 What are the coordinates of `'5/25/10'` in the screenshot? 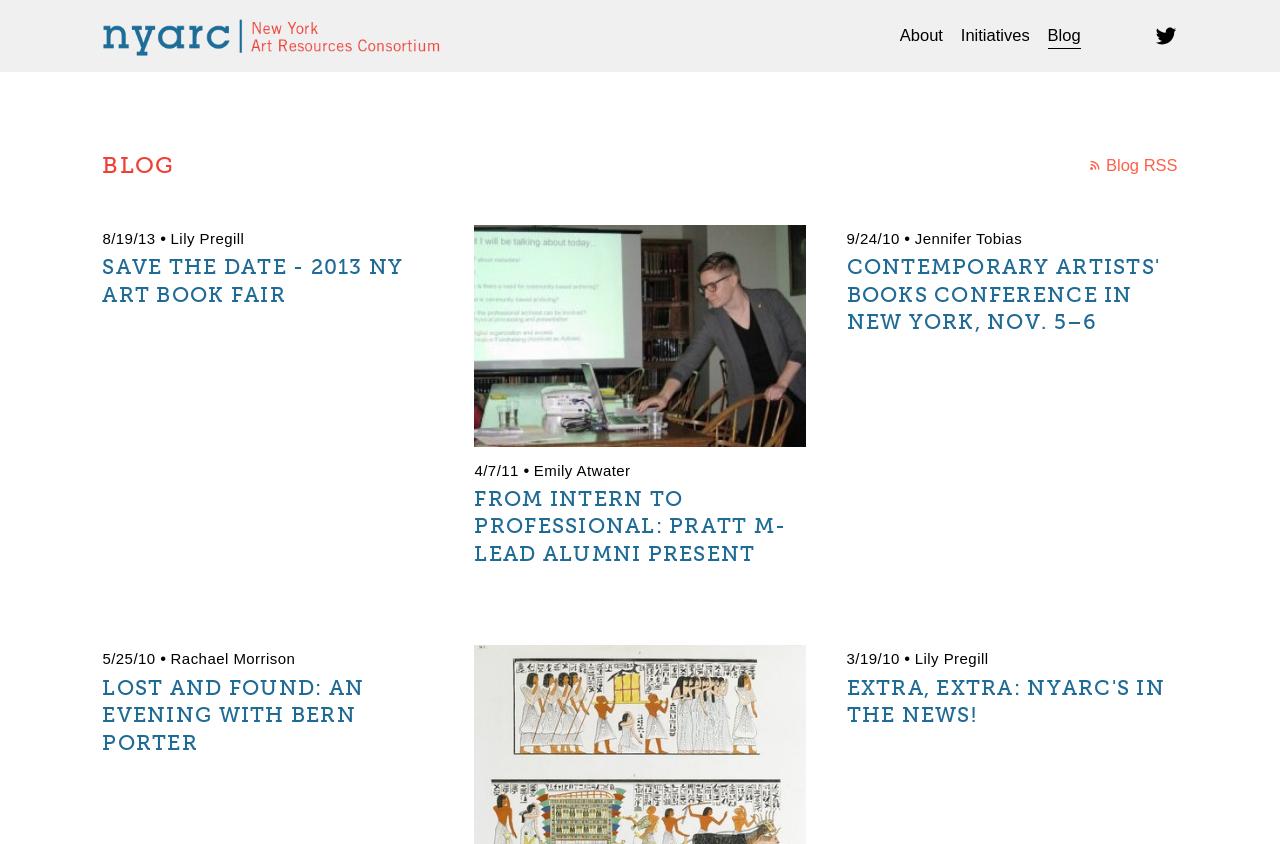 It's located at (101, 657).